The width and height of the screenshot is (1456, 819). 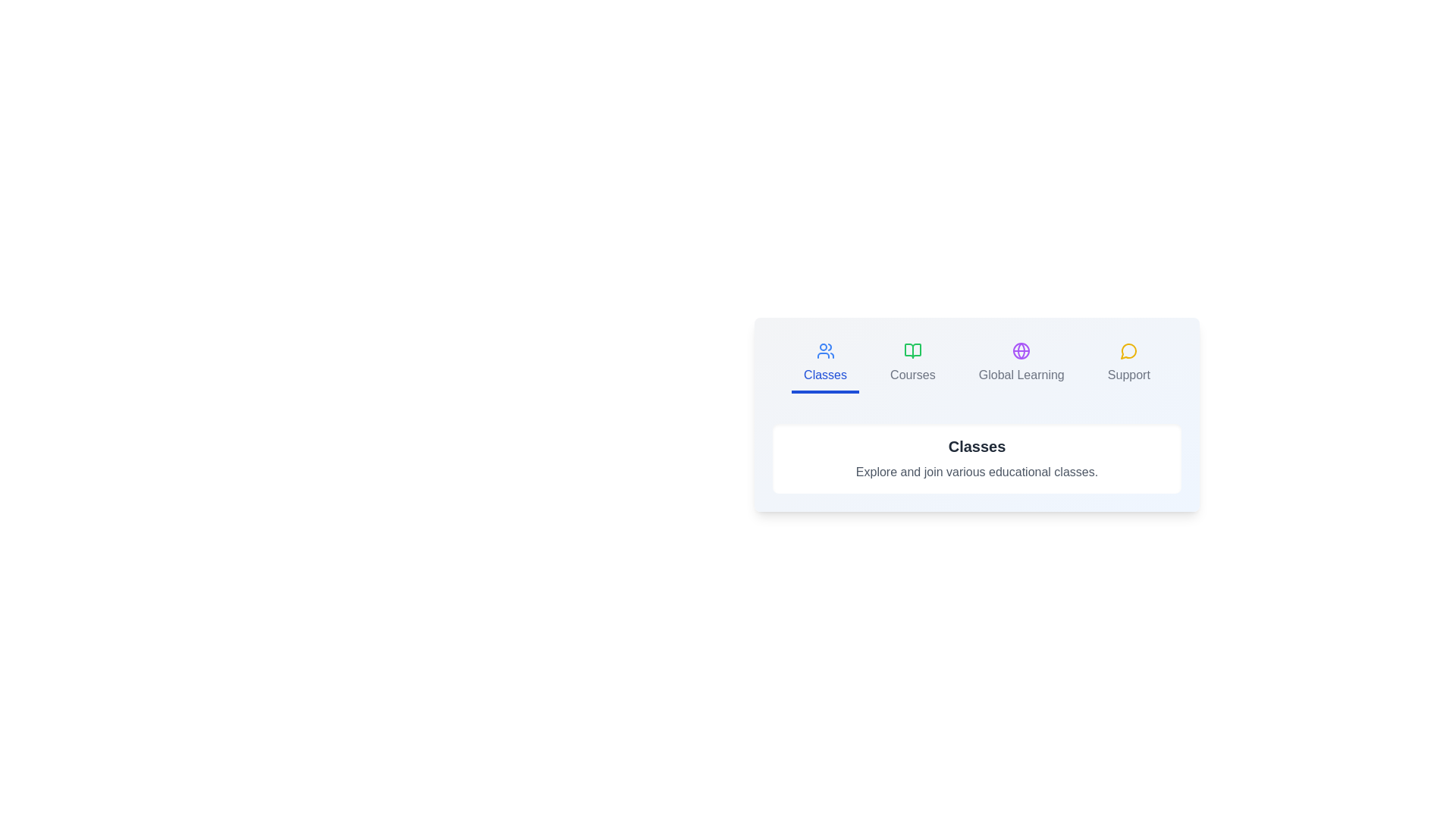 I want to click on the Classes tab by clicking on it, so click(x=824, y=365).